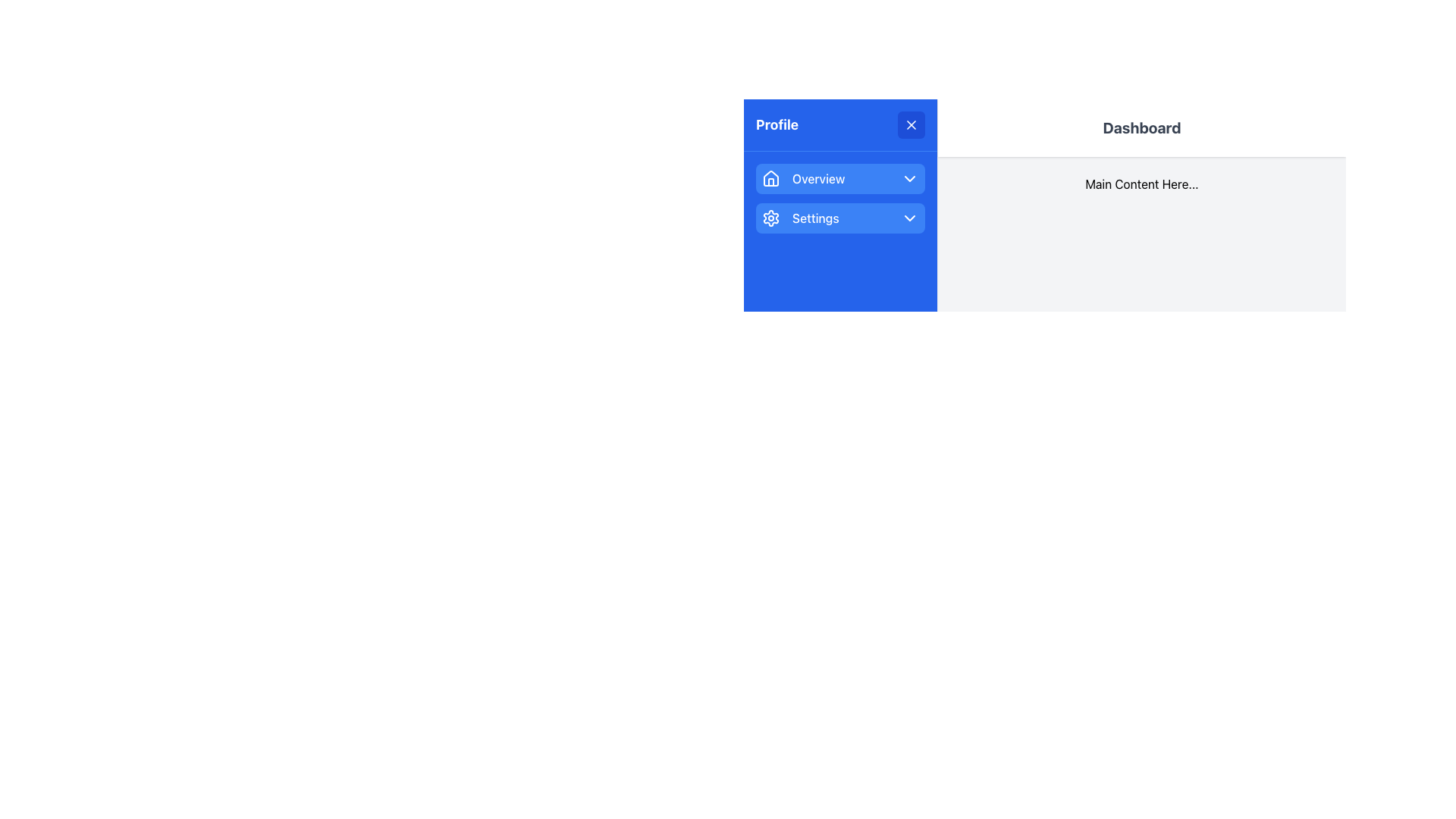 This screenshot has height=819, width=1456. Describe the element at coordinates (910, 177) in the screenshot. I see `the Dropdown Icon located to the far right of the 'Overview' label` at that location.